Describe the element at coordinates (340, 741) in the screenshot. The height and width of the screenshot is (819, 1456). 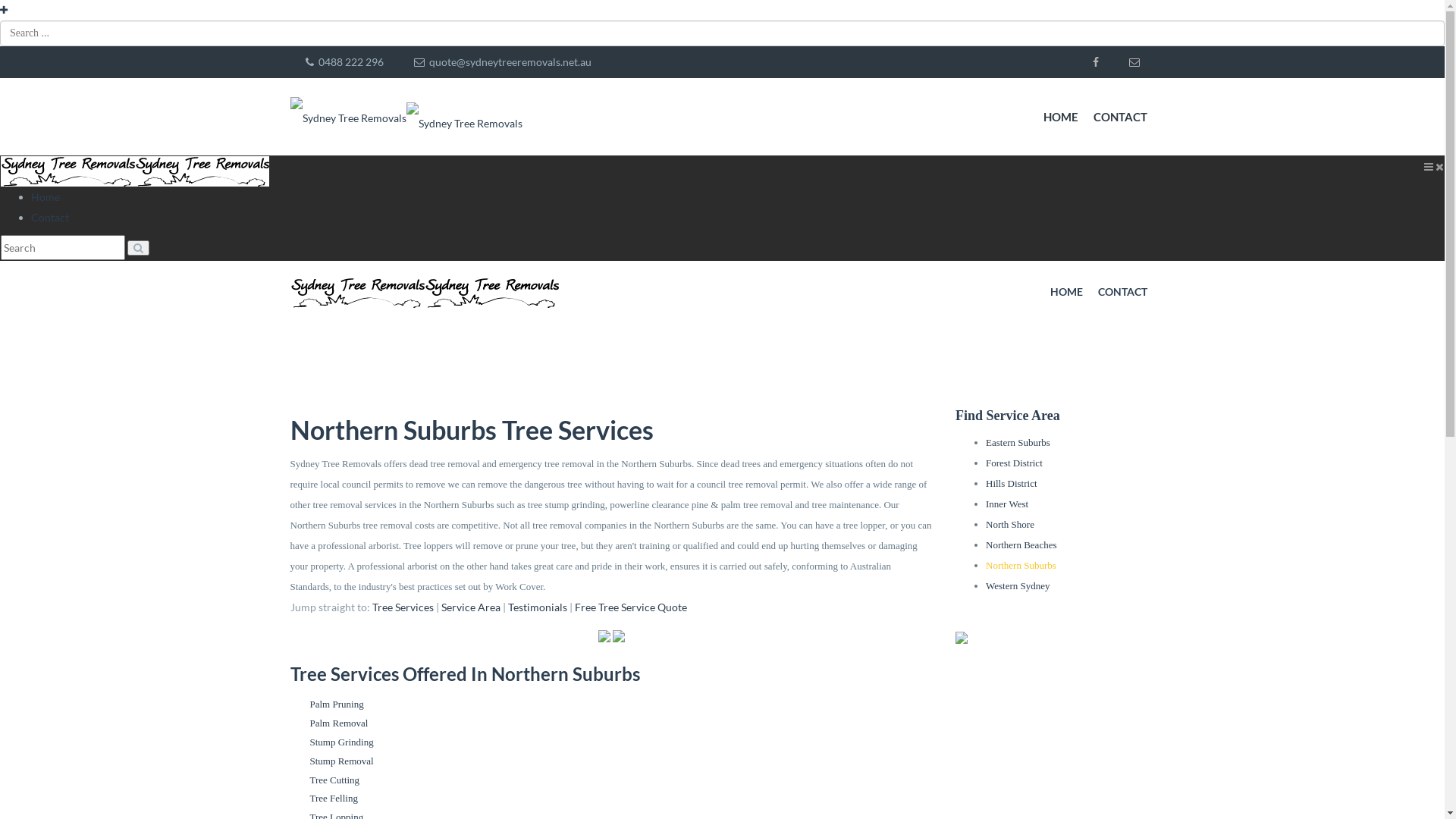
I see `'Stump Grinding'` at that location.